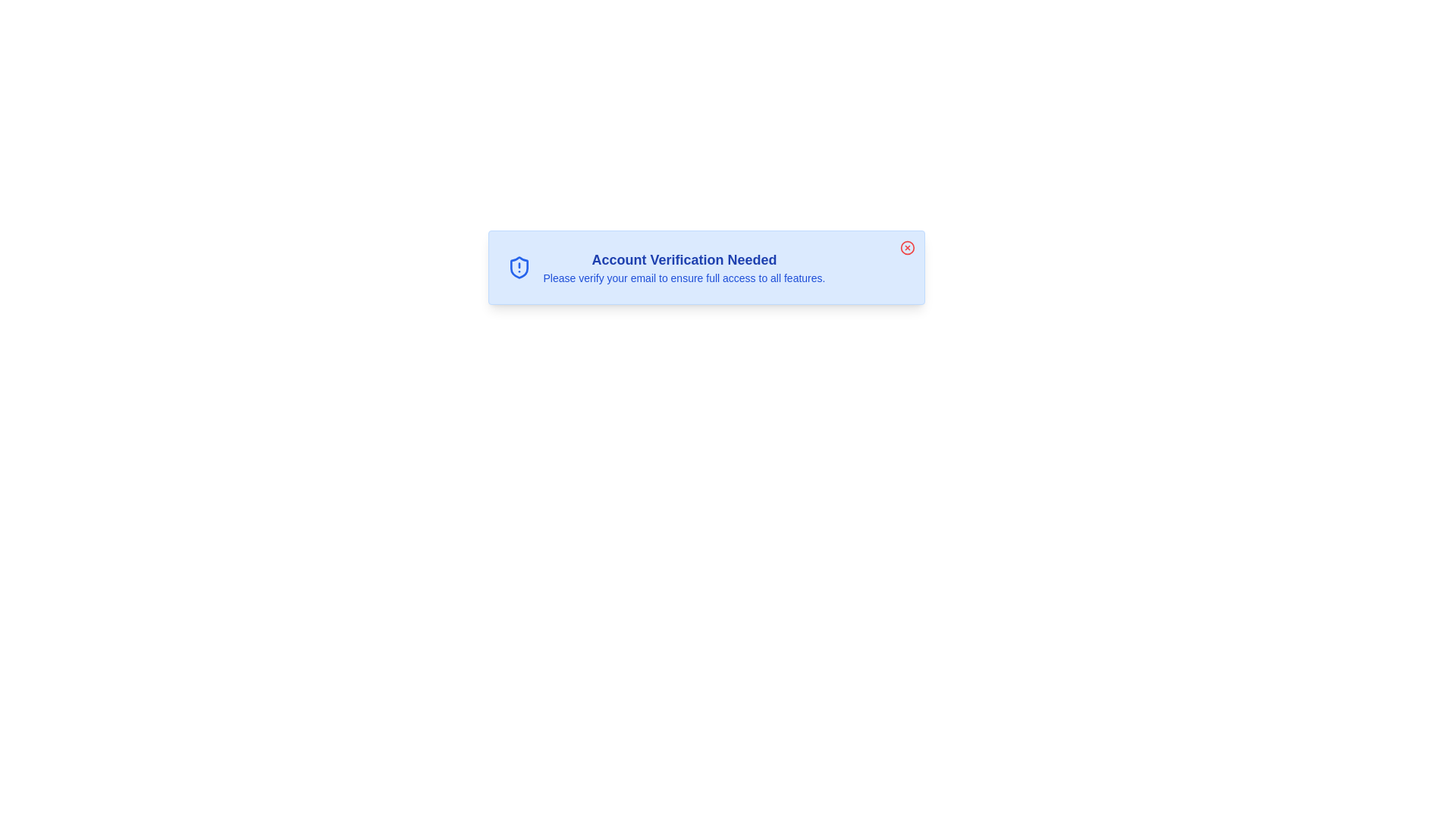  I want to click on the close button located at the top-right corner of the notification panel for dismissing the notification with the text 'Account Verification Needed', so click(907, 247).